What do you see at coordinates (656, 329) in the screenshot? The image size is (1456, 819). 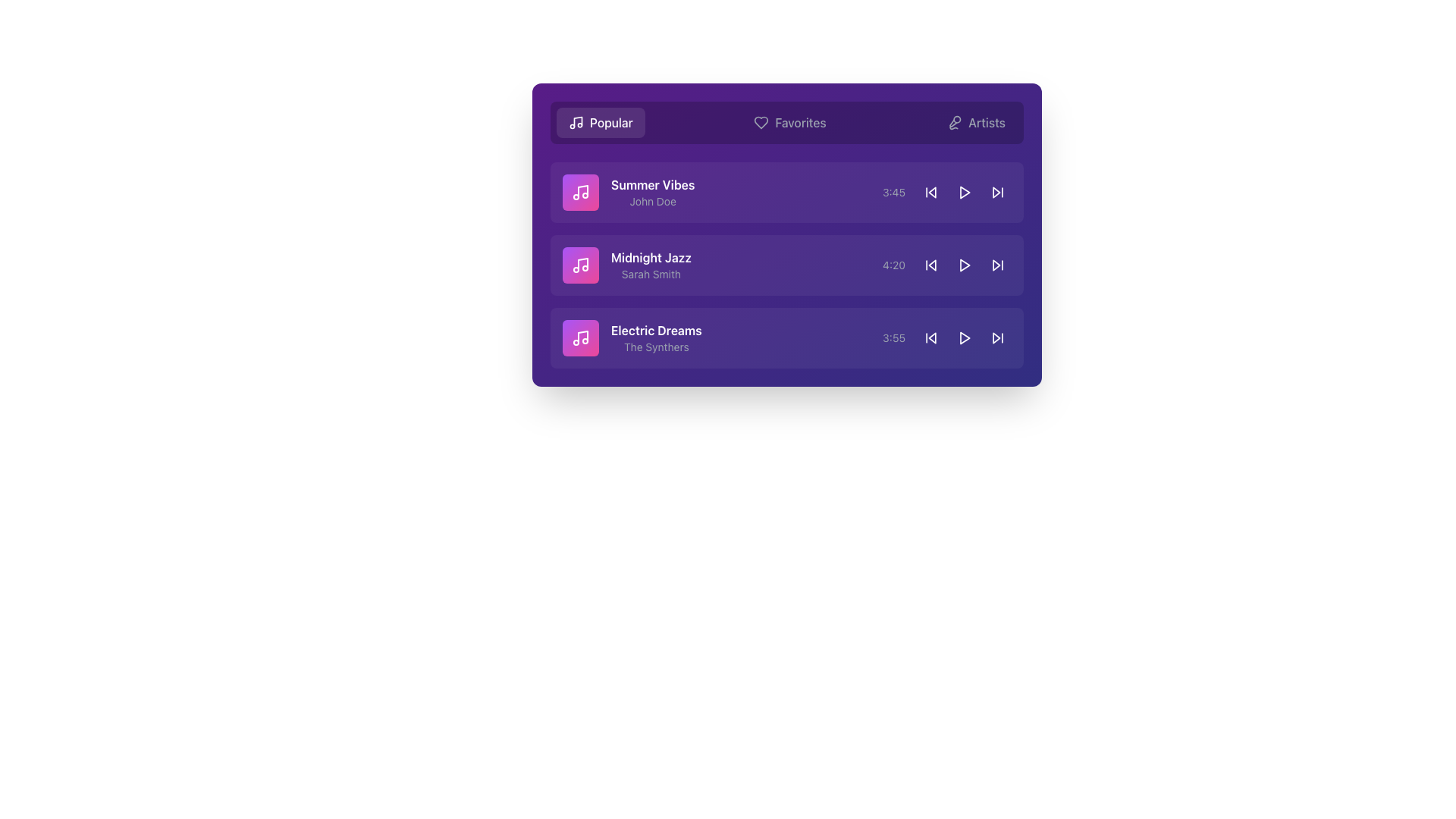 I see `the title of the song, which is the third item in the music list interface` at bounding box center [656, 329].